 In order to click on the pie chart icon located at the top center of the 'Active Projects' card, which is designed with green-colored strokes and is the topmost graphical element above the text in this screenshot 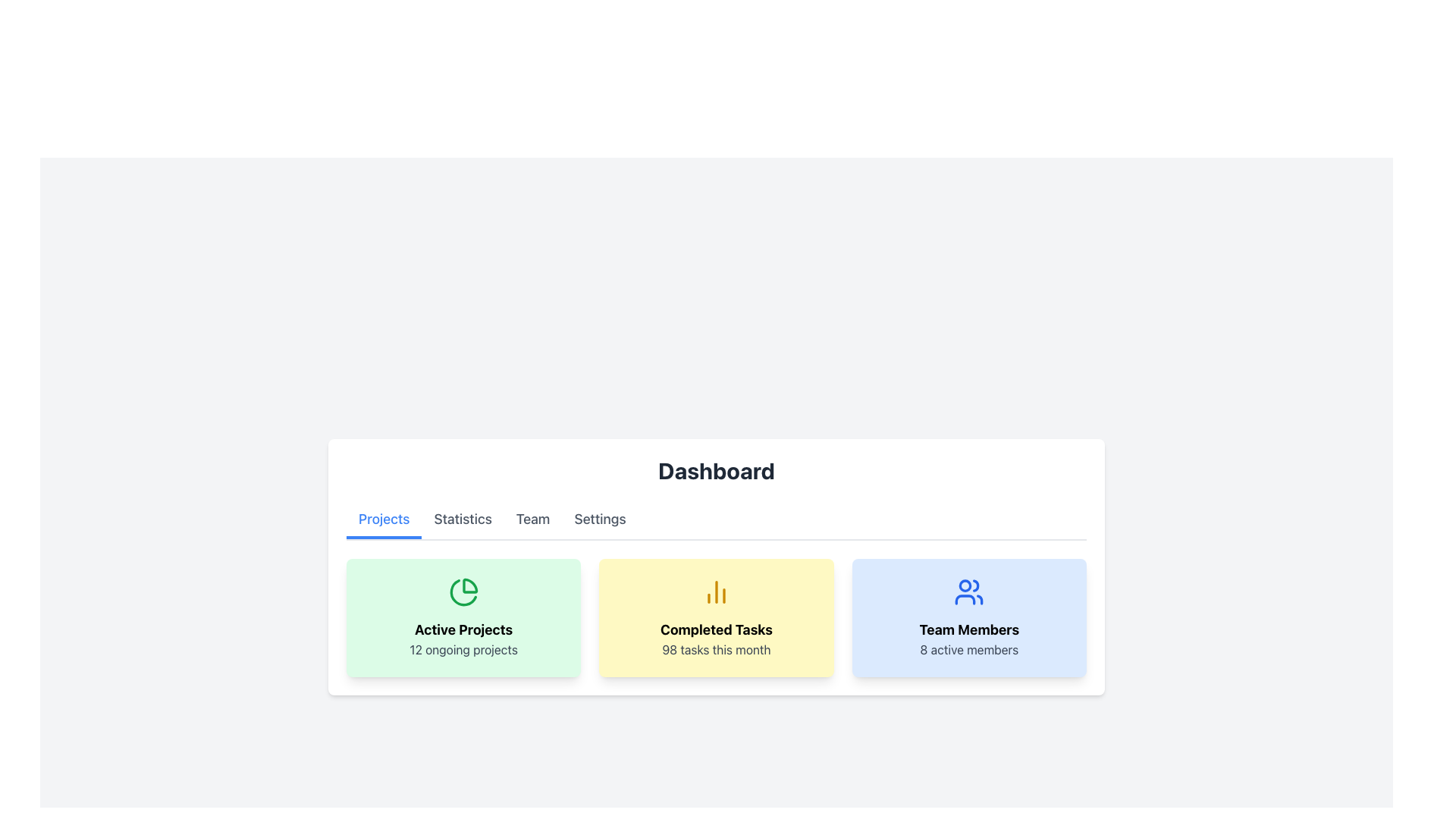, I will do `click(463, 591)`.